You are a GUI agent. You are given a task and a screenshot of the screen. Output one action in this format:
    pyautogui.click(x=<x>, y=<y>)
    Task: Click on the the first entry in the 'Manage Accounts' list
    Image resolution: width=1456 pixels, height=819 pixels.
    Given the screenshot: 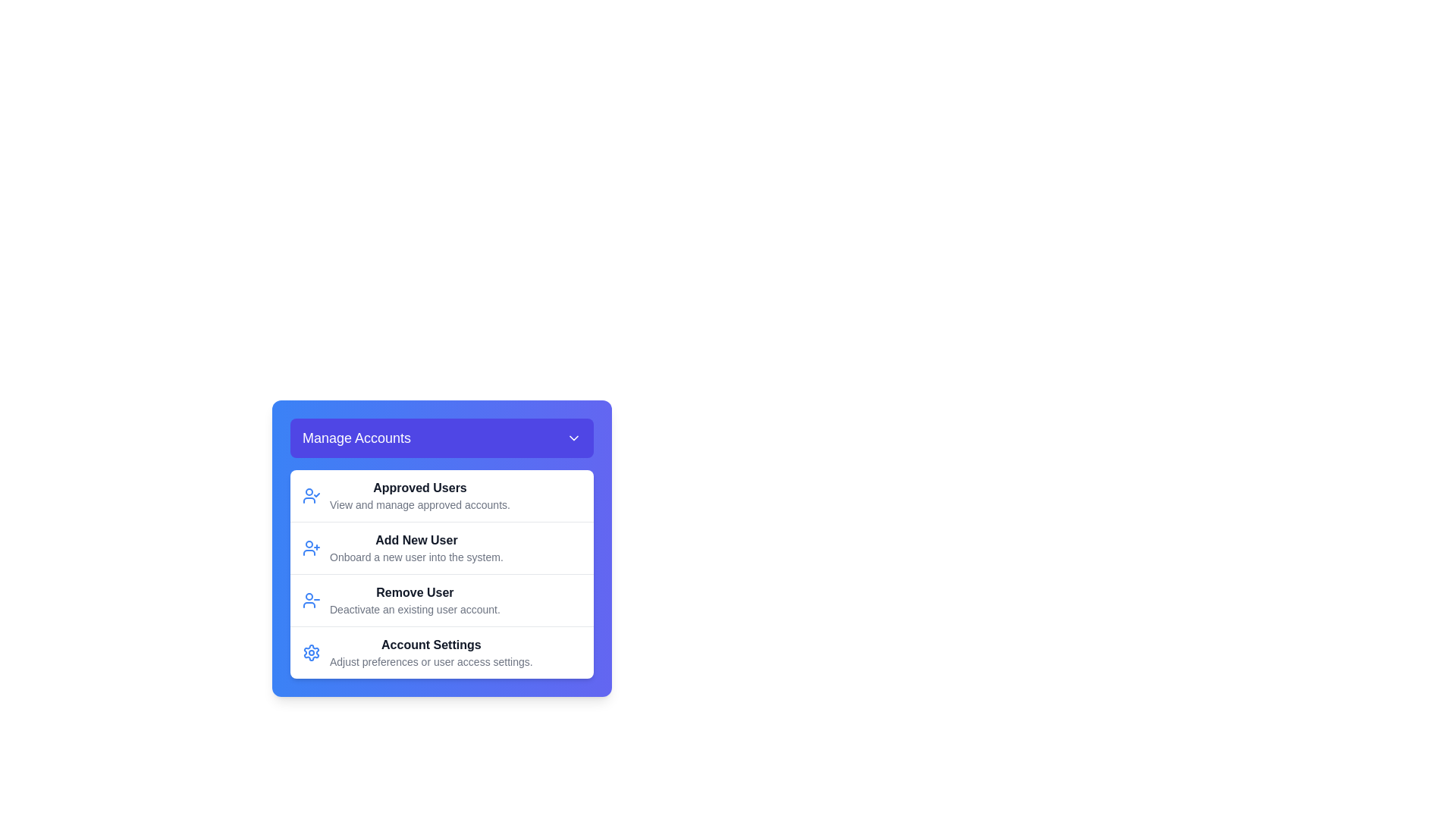 What is the action you would take?
    pyautogui.click(x=441, y=496)
    